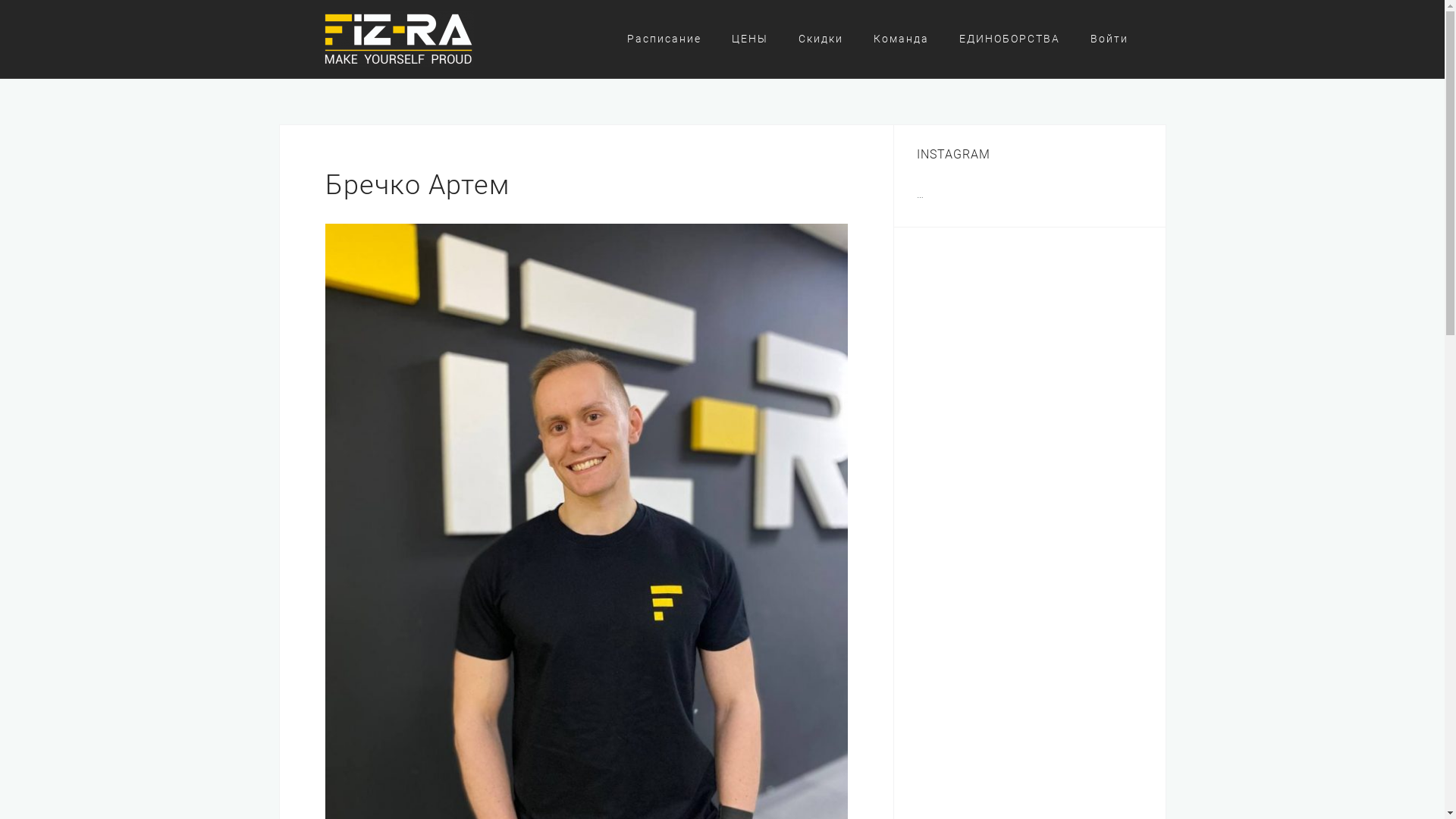 This screenshot has width=1456, height=819. What do you see at coordinates (0, 0) in the screenshot?
I see `'Skip to content'` at bounding box center [0, 0].